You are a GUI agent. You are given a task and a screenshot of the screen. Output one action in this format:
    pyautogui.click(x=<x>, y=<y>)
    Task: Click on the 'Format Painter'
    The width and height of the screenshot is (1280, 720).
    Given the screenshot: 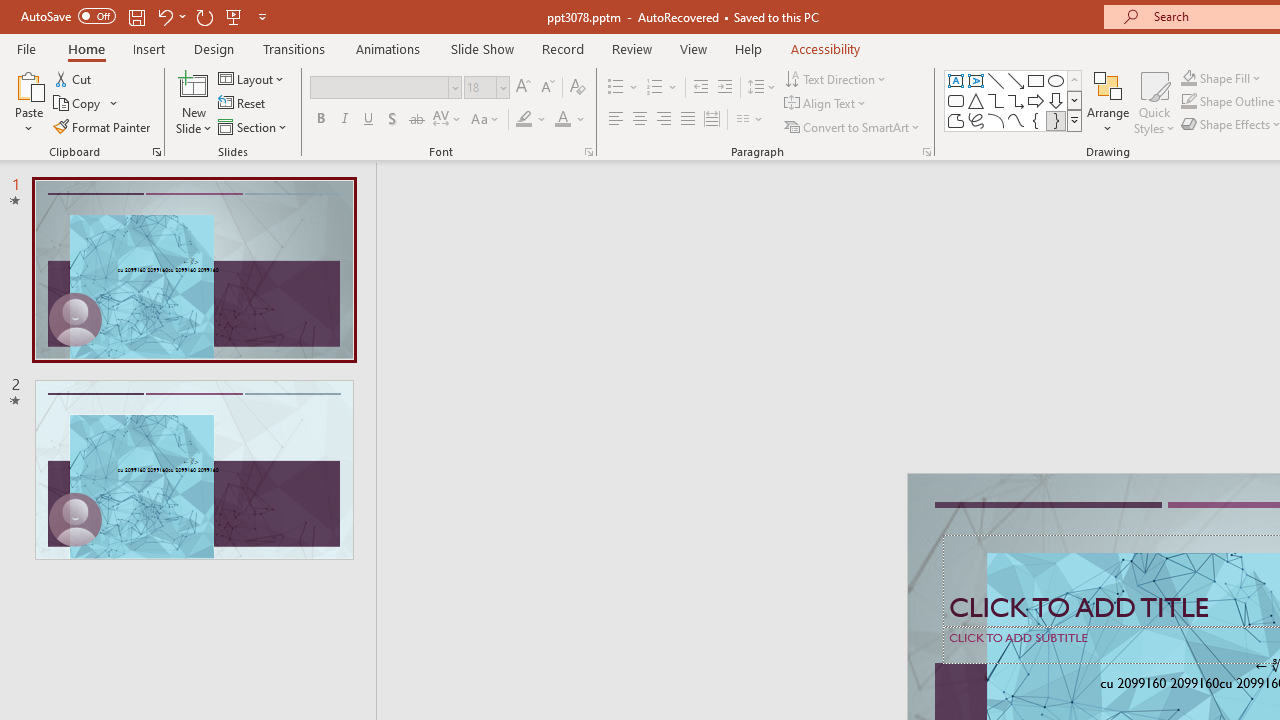 What is the action you would take?
    pyautogui.click(x=102, y=127)
    